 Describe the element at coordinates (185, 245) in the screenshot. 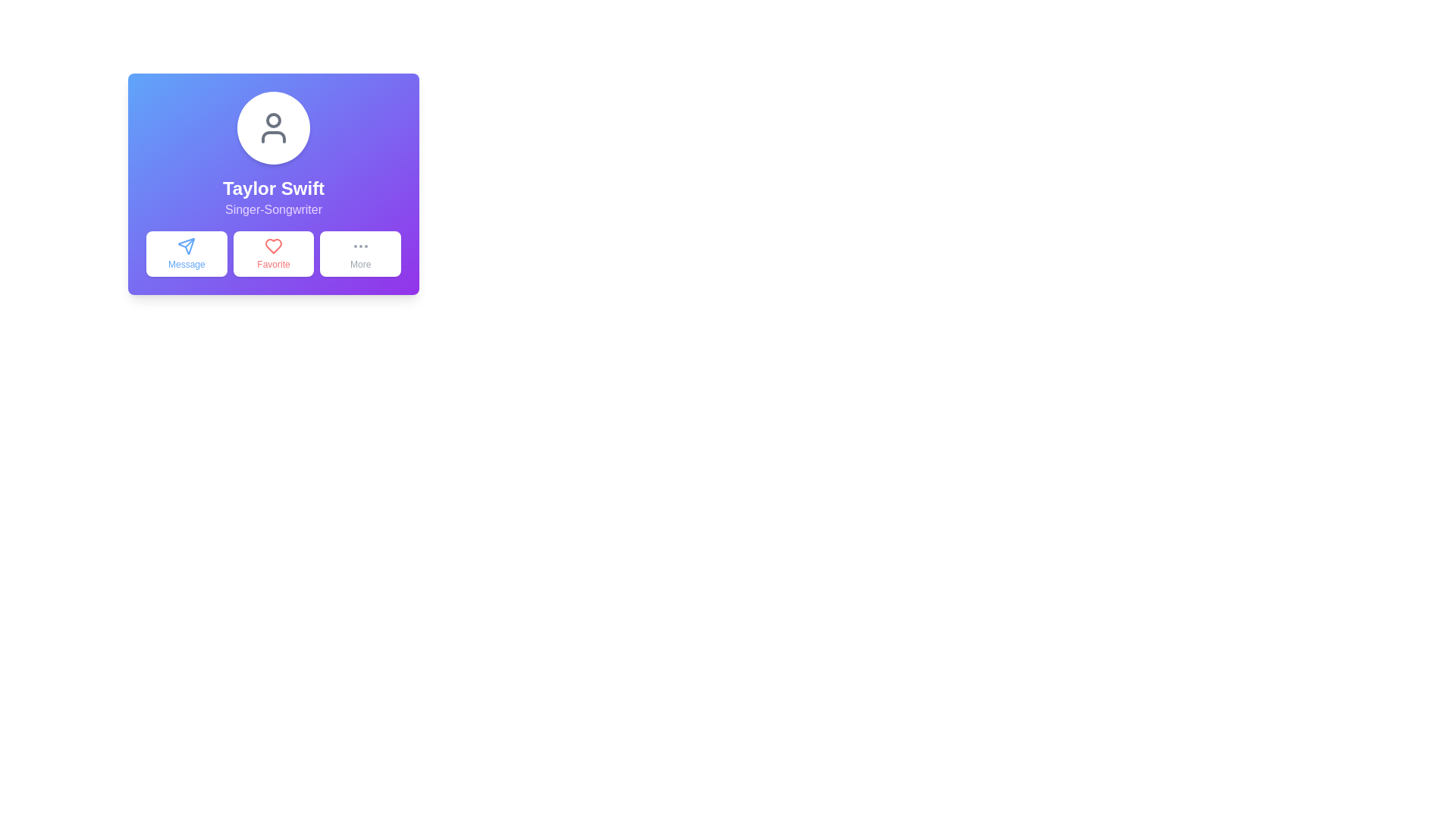

I see `the icon button located under the title 'Taylor Swift' and to the left of the 'Favorite' button` at that location.